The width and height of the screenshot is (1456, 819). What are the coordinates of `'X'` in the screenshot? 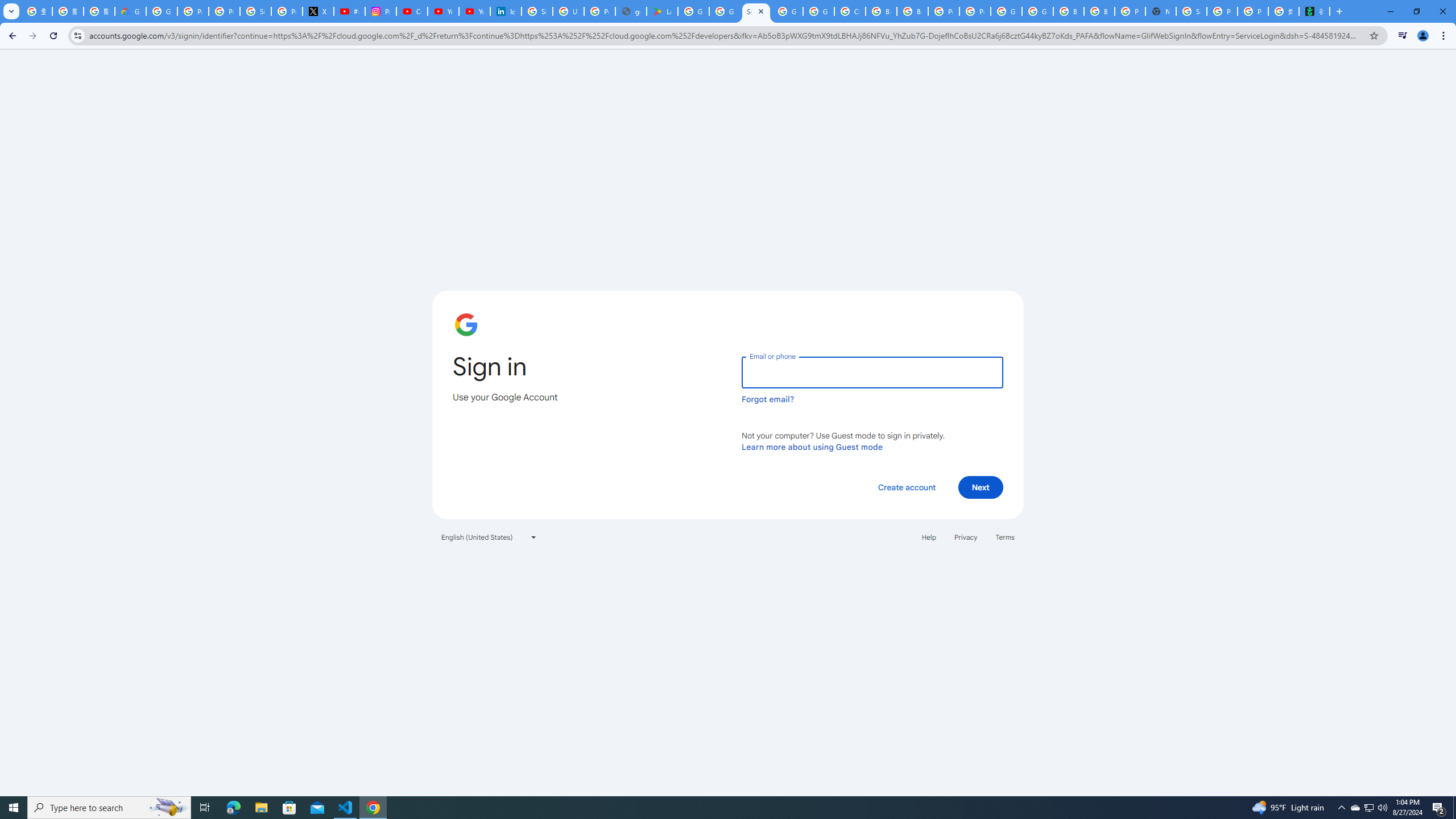 It's located at (317, 11).